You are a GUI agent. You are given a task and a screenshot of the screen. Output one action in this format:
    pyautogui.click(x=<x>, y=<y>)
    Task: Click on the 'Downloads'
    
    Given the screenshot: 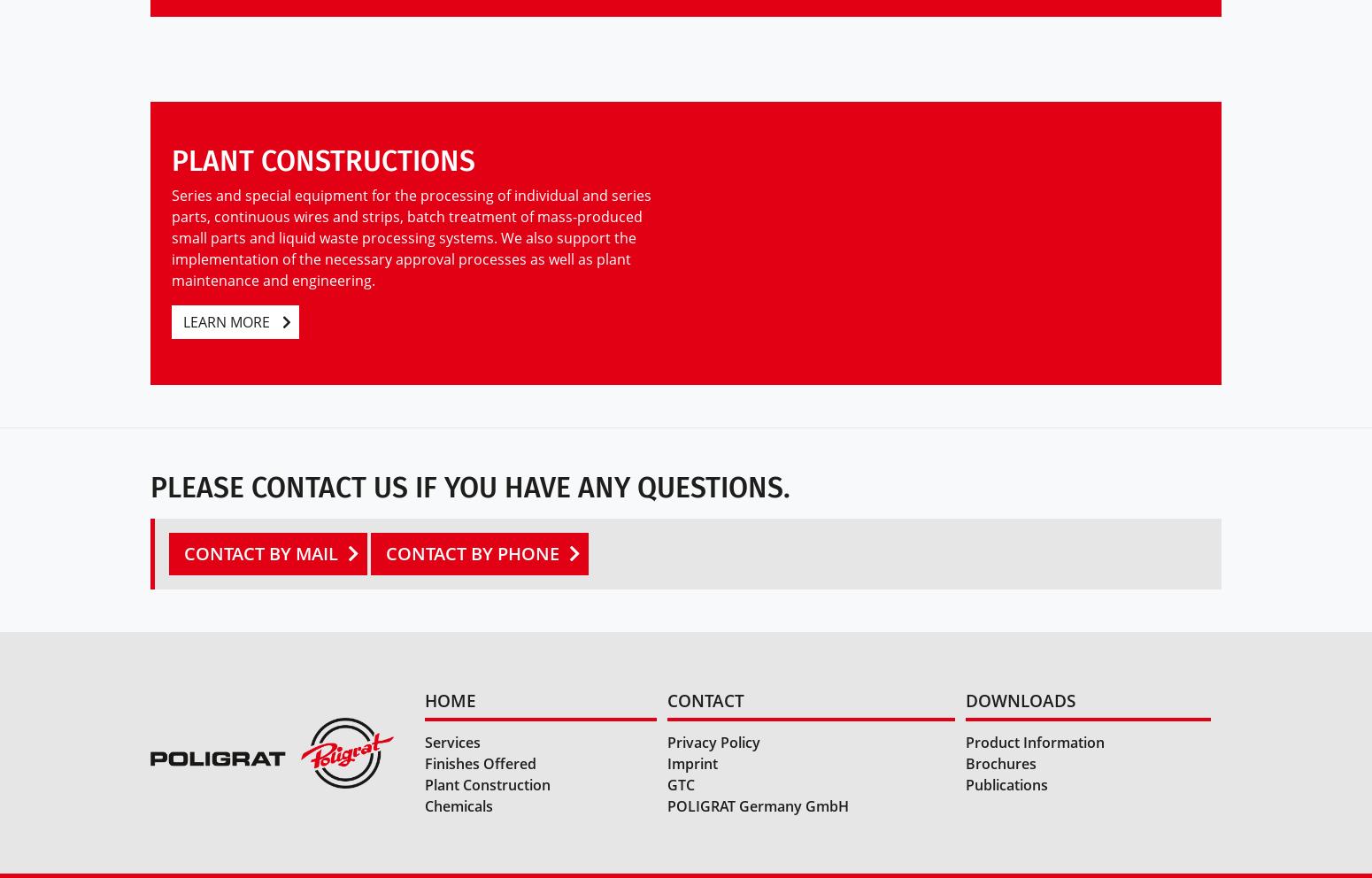 What is the action you would take?
    pyautogui.click(x=965, y=700)
    